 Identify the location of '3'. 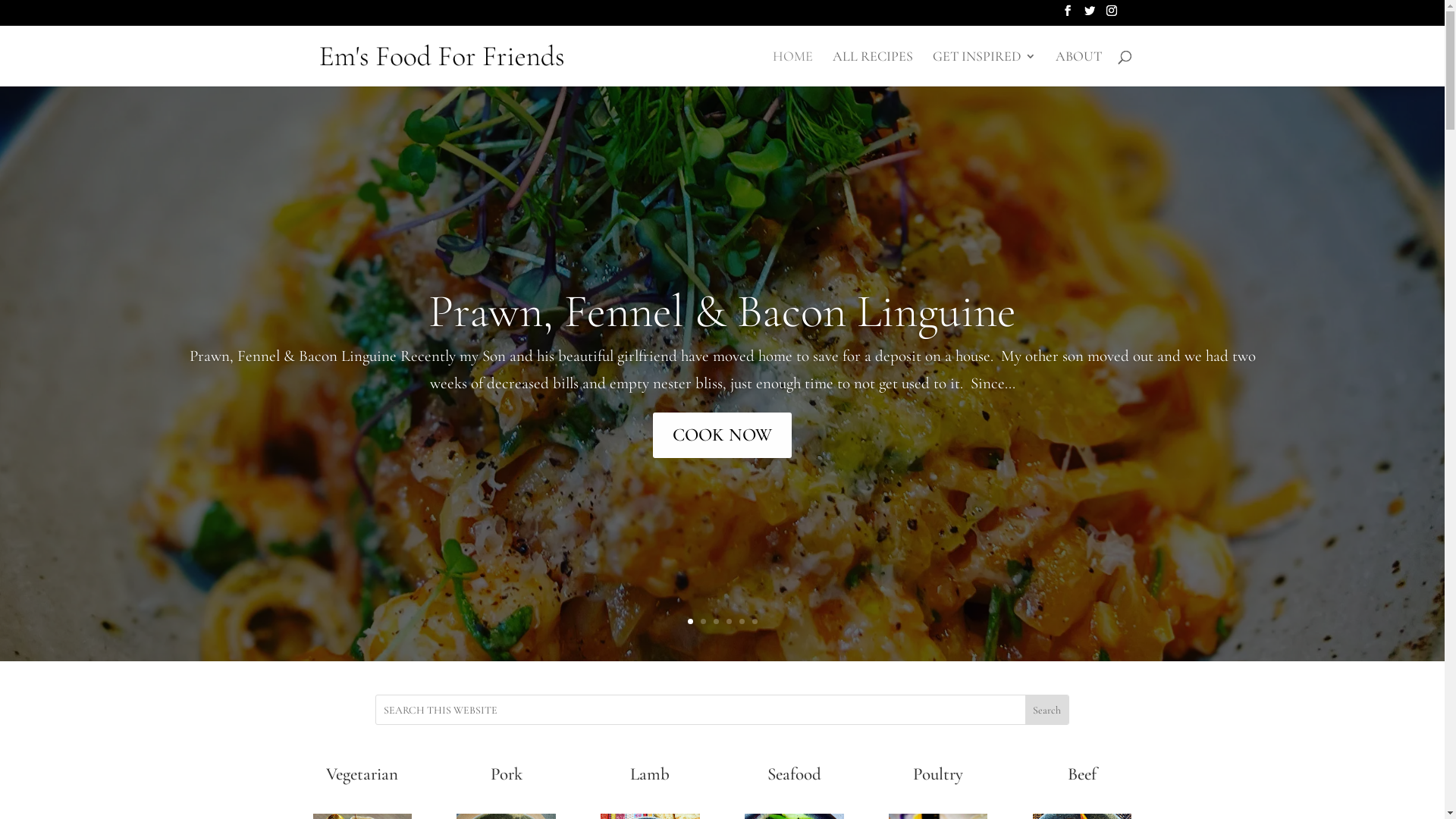
(714, 621).